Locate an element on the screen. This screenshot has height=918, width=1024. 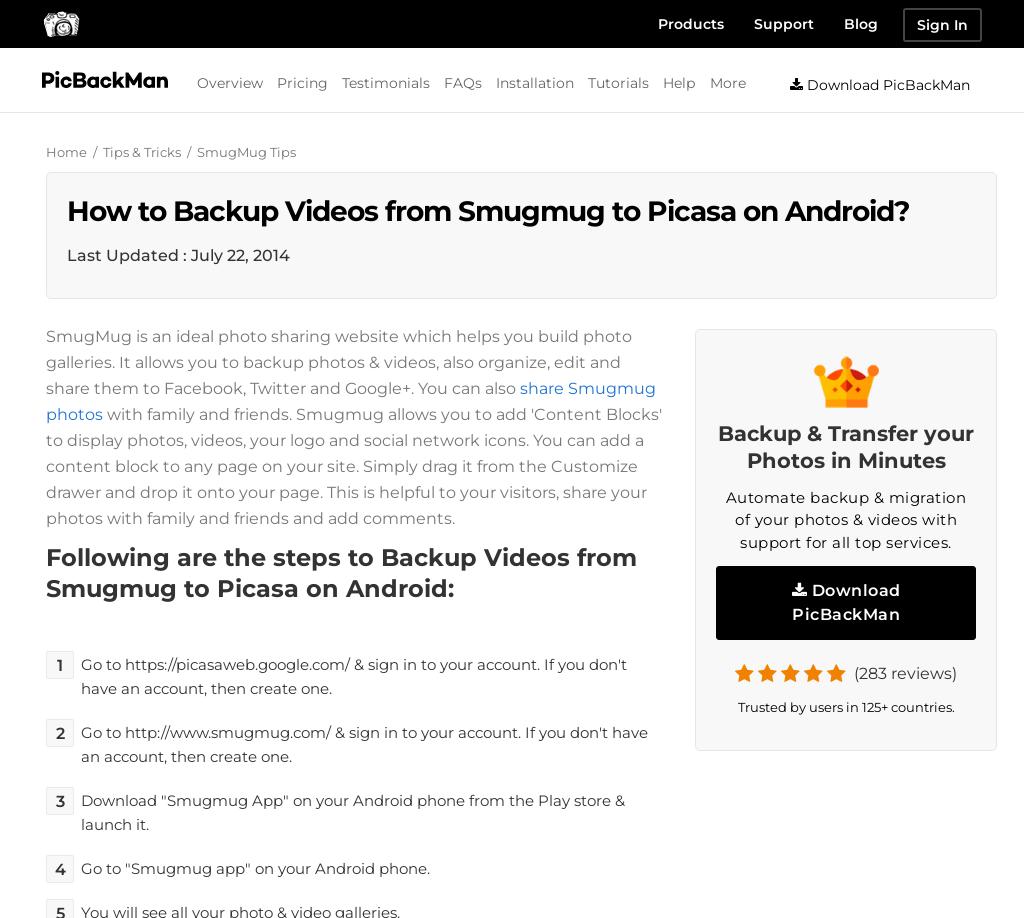
'Blog' is located at coordinates (860, 23).